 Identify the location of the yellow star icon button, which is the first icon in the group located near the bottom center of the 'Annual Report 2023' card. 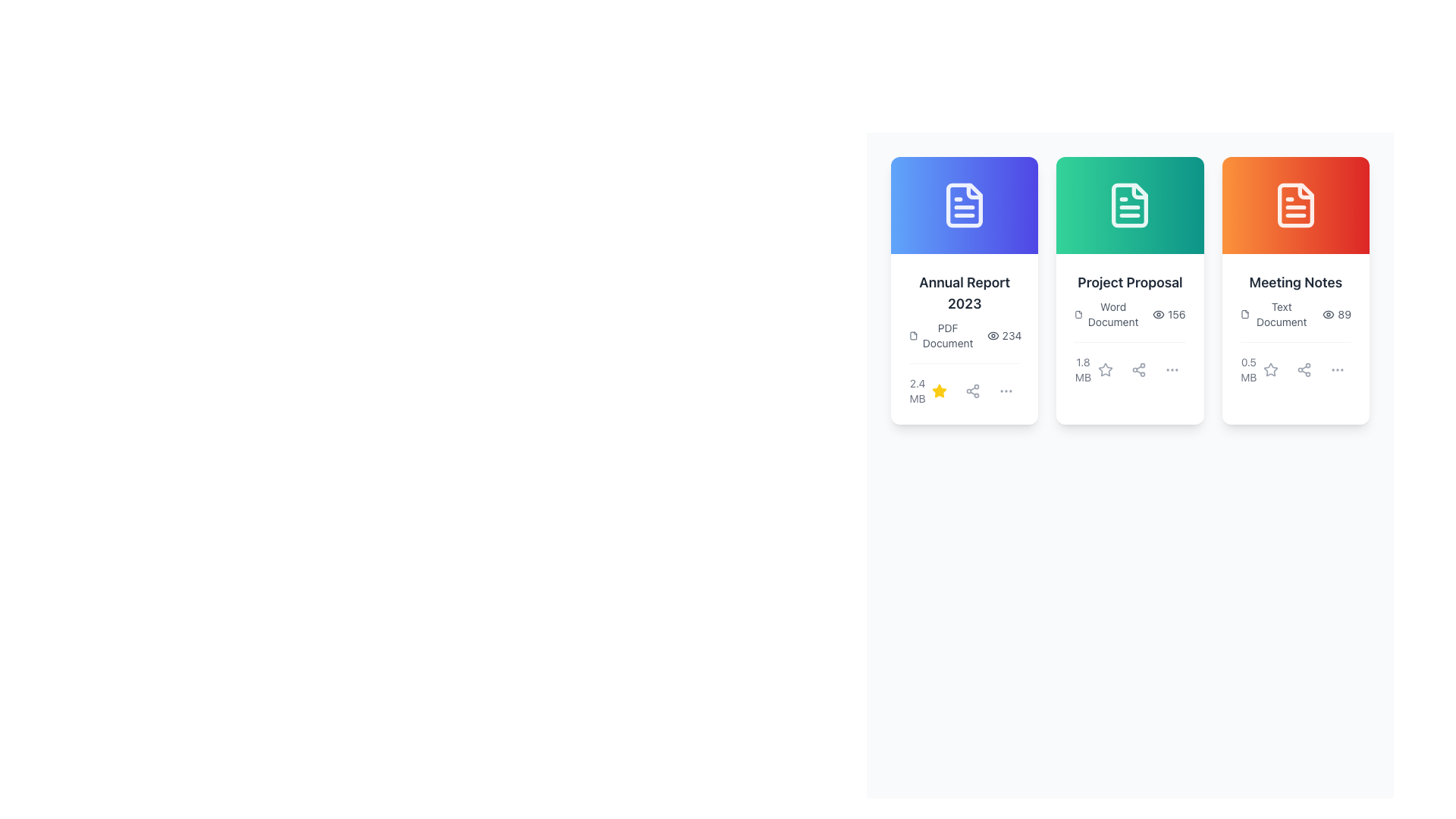
(939, 391).